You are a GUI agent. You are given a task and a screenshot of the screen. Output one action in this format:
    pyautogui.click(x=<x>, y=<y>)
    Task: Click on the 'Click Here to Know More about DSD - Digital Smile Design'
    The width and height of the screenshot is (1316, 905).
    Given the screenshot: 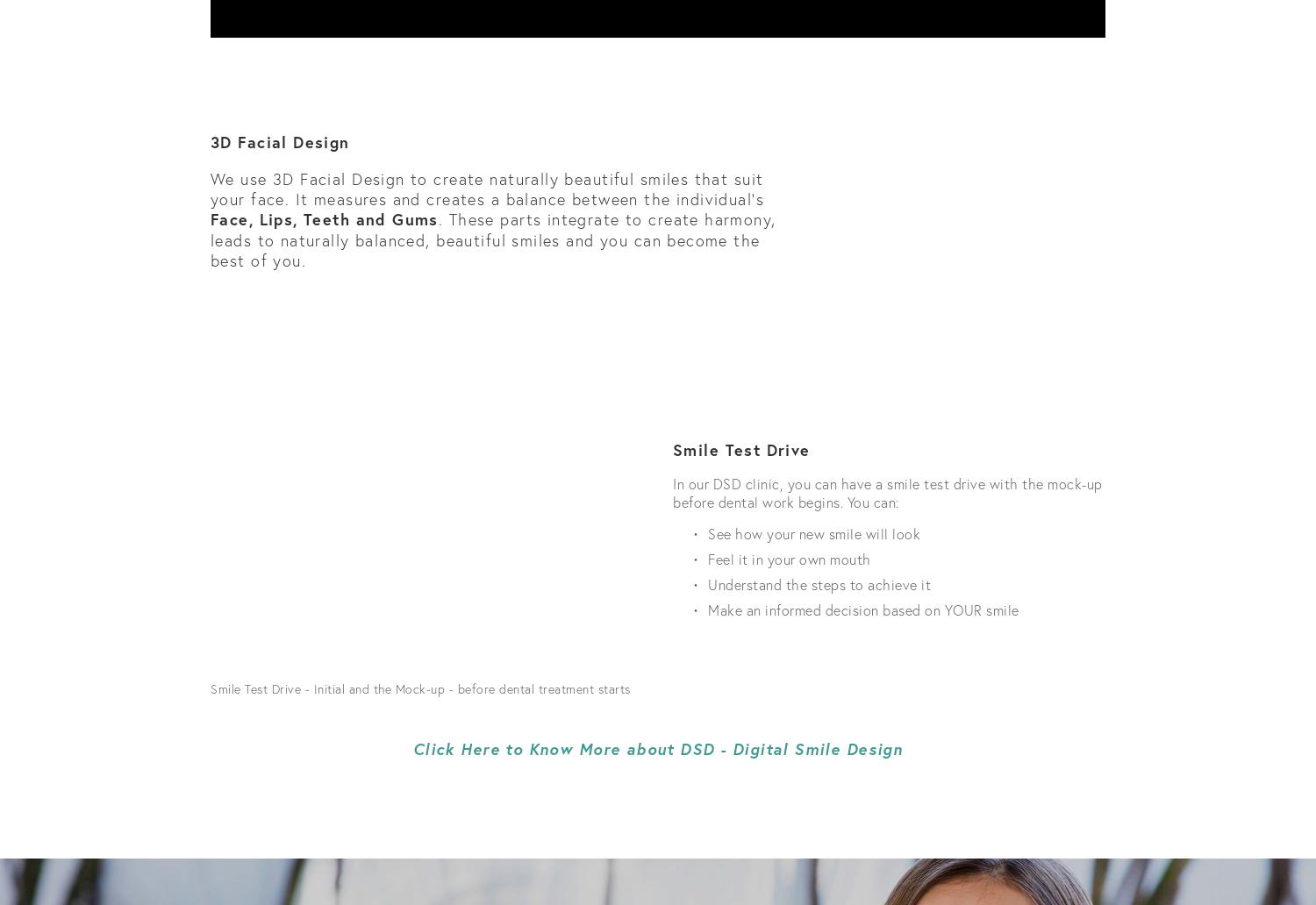 What is the action you would take?
    pyautogui.click(x=656, y=748)
    